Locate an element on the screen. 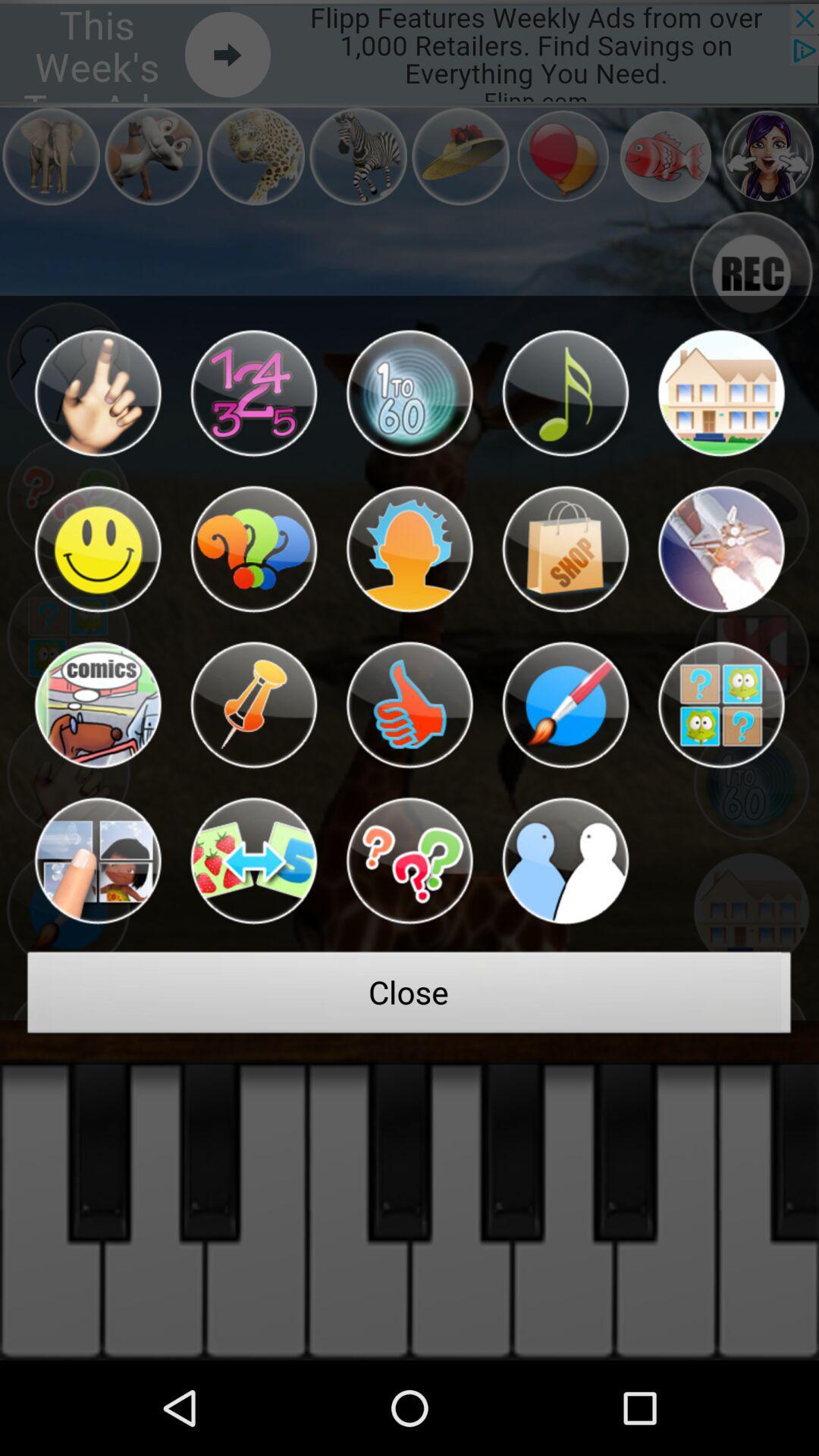  the shop icon is located at coordinates (565, 587).